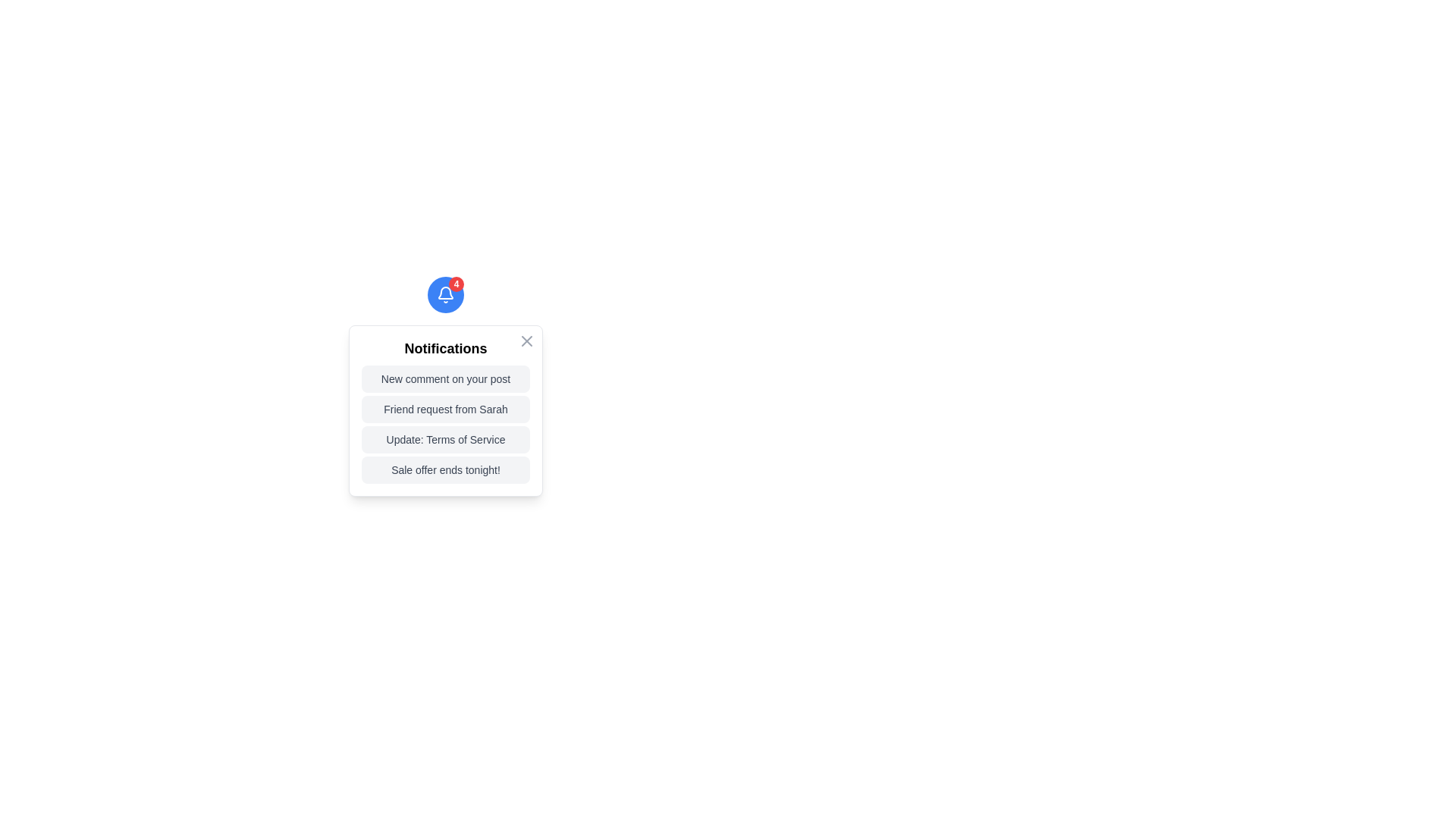 This screenshot has width=1456, height=819. Describe the element at coordinates (527, 341) in the screenshot. I see `the small 'X' icon button in the top-right corner of the notification card to change its color` at that location.